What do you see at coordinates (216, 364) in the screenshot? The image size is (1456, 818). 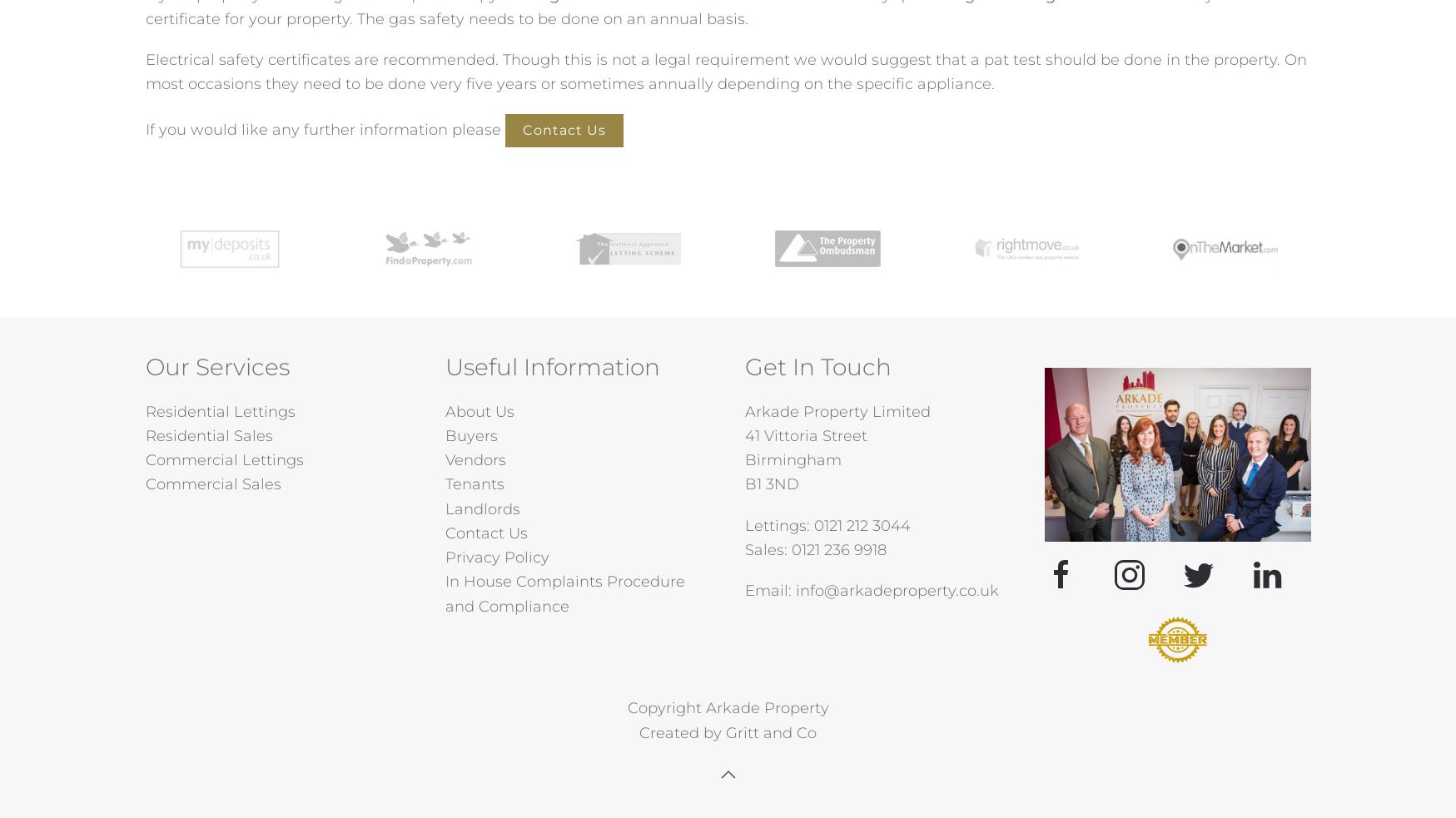 I see `'Our Services'` at bounding box center [216, 364].